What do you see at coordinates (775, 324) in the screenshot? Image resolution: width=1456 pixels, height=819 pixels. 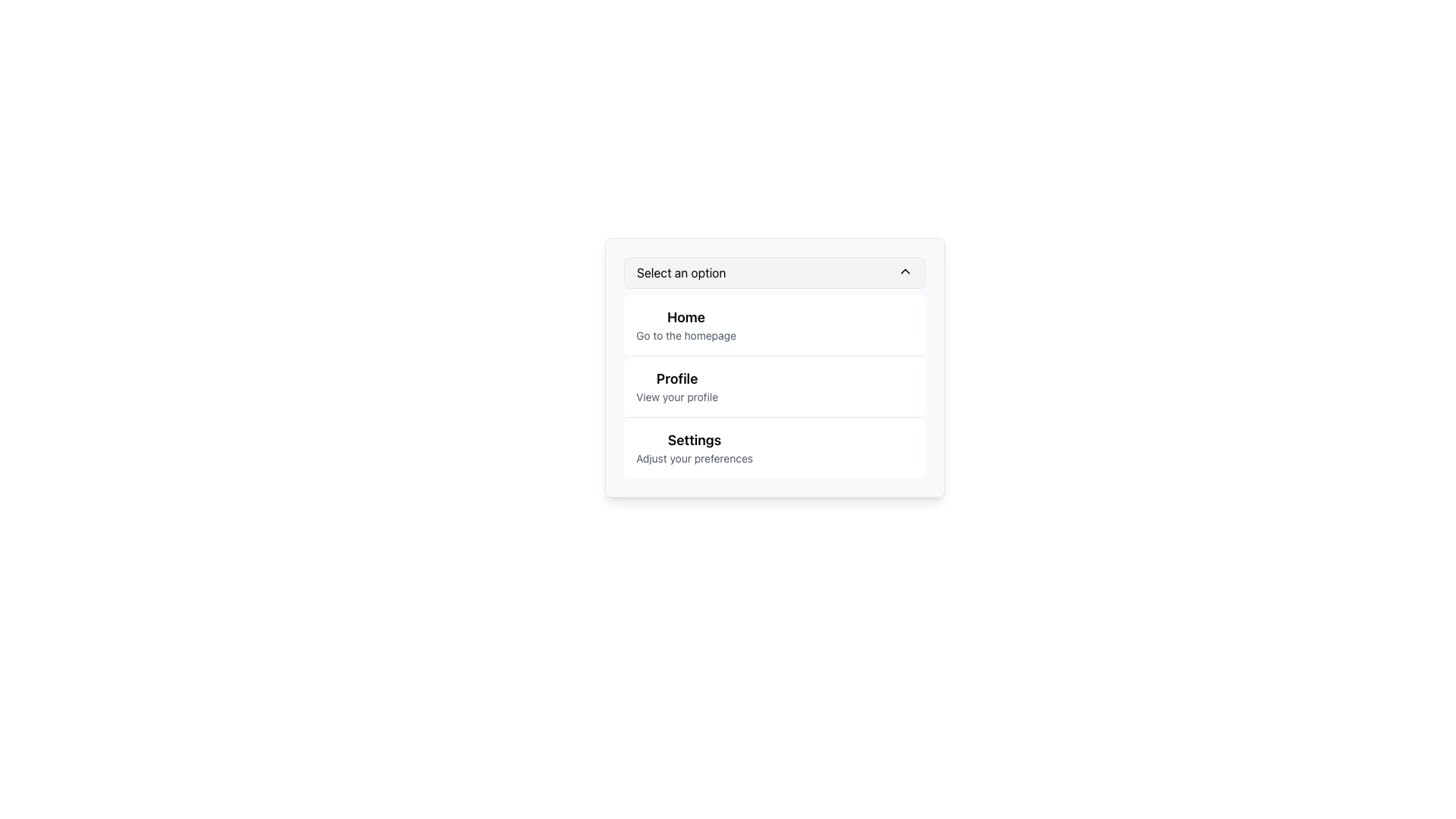 I see `the 'Home' menu item, which is the first option in the vertically stacked selection menu and features a bolded title and a supporting description` at bounding box center [775, 324].